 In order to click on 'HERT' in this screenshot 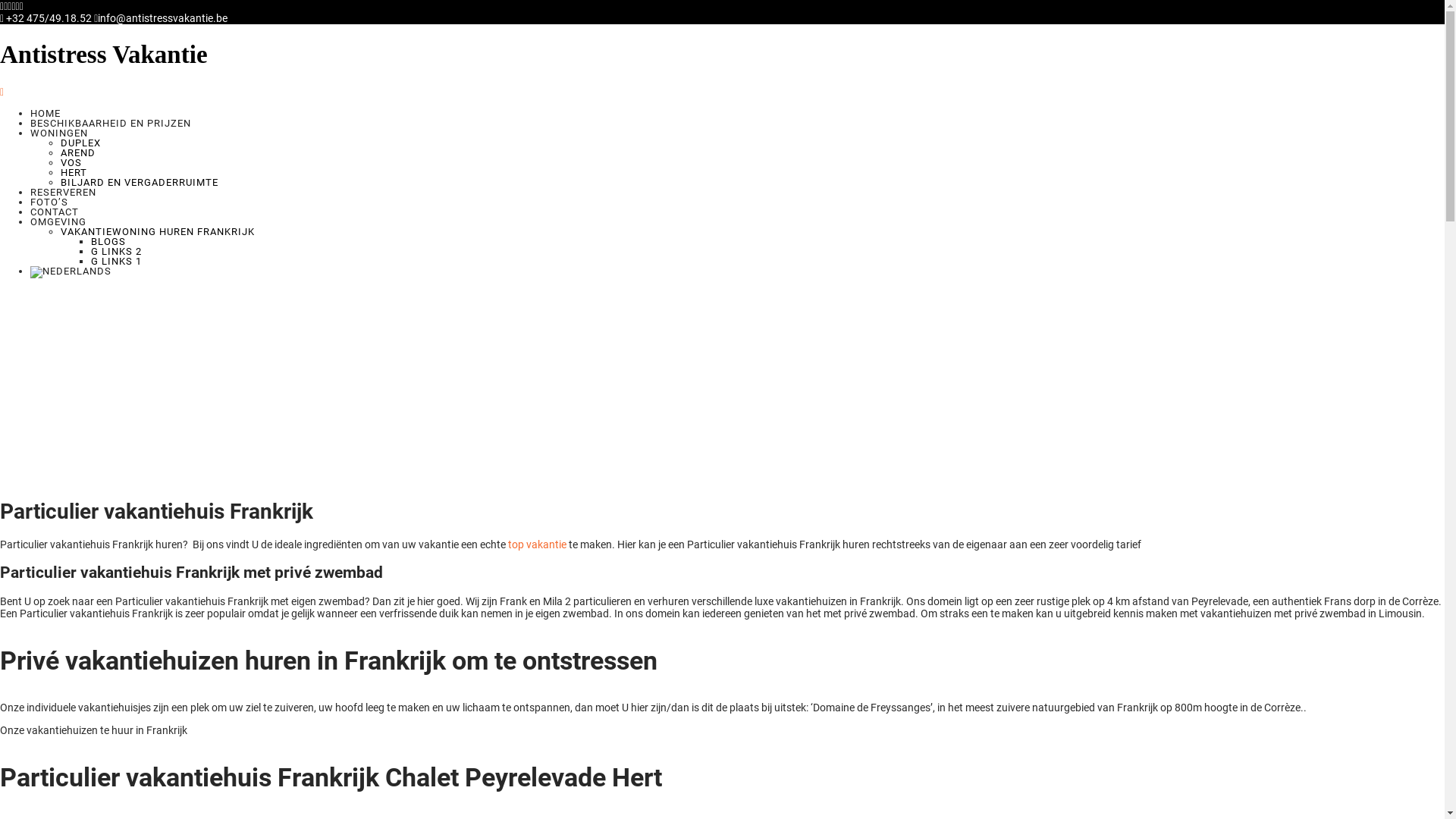, I will do `click(73, 171)`.